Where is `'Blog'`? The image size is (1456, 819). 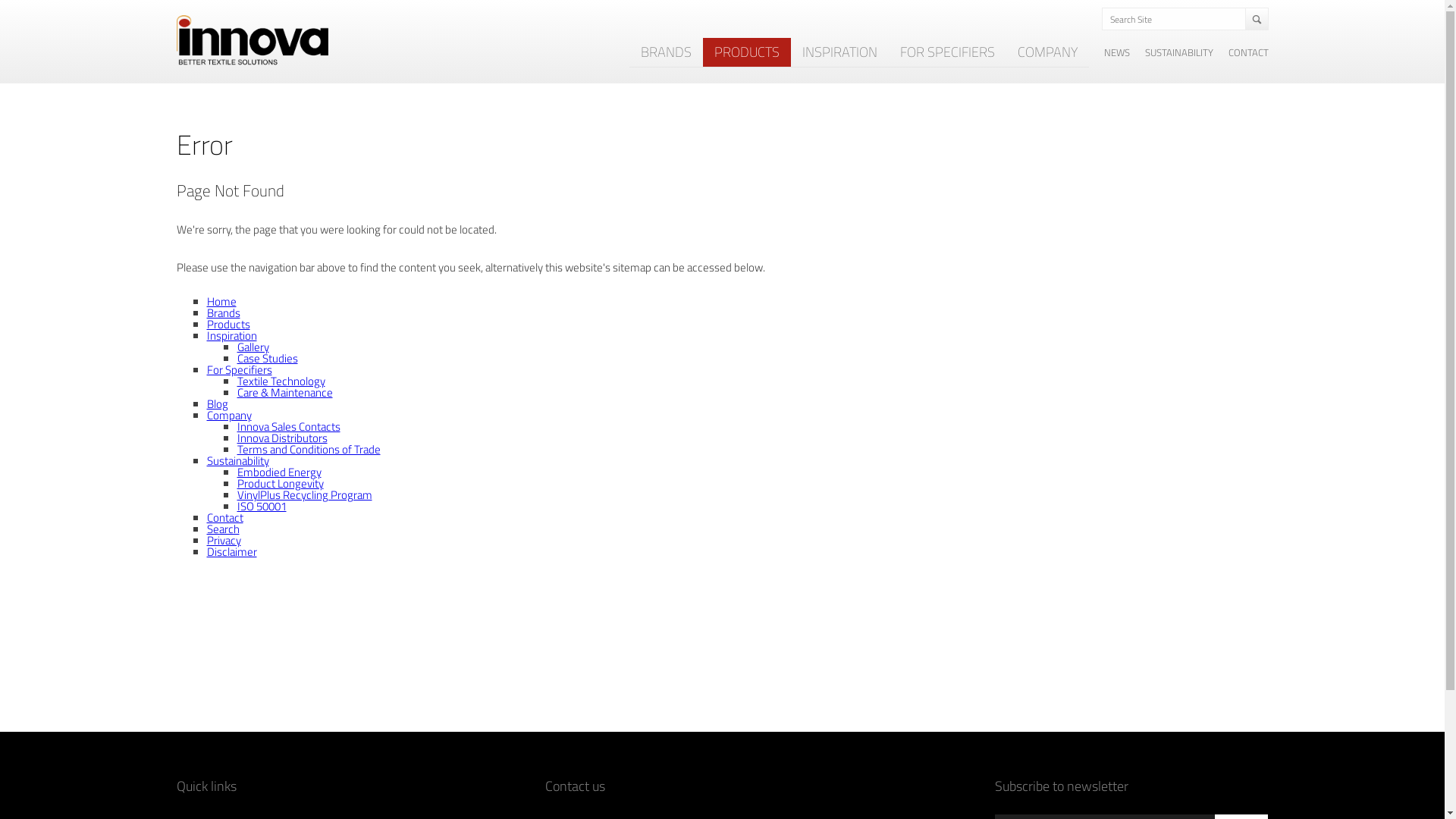
'Blog' is located at coordinates (216, 403).